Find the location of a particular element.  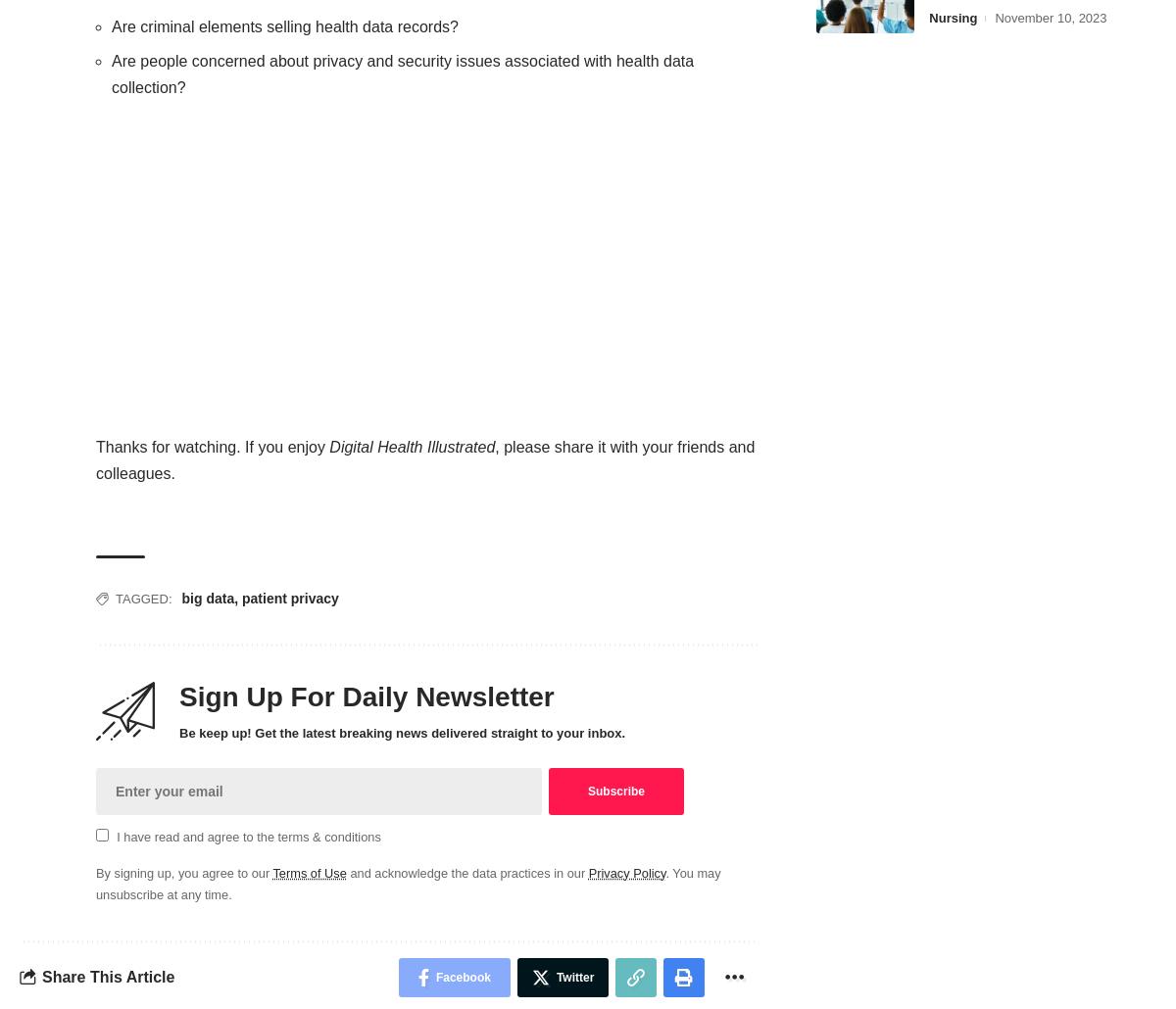

'Digital Health Illustrated' is located at coordinates (412, 445).